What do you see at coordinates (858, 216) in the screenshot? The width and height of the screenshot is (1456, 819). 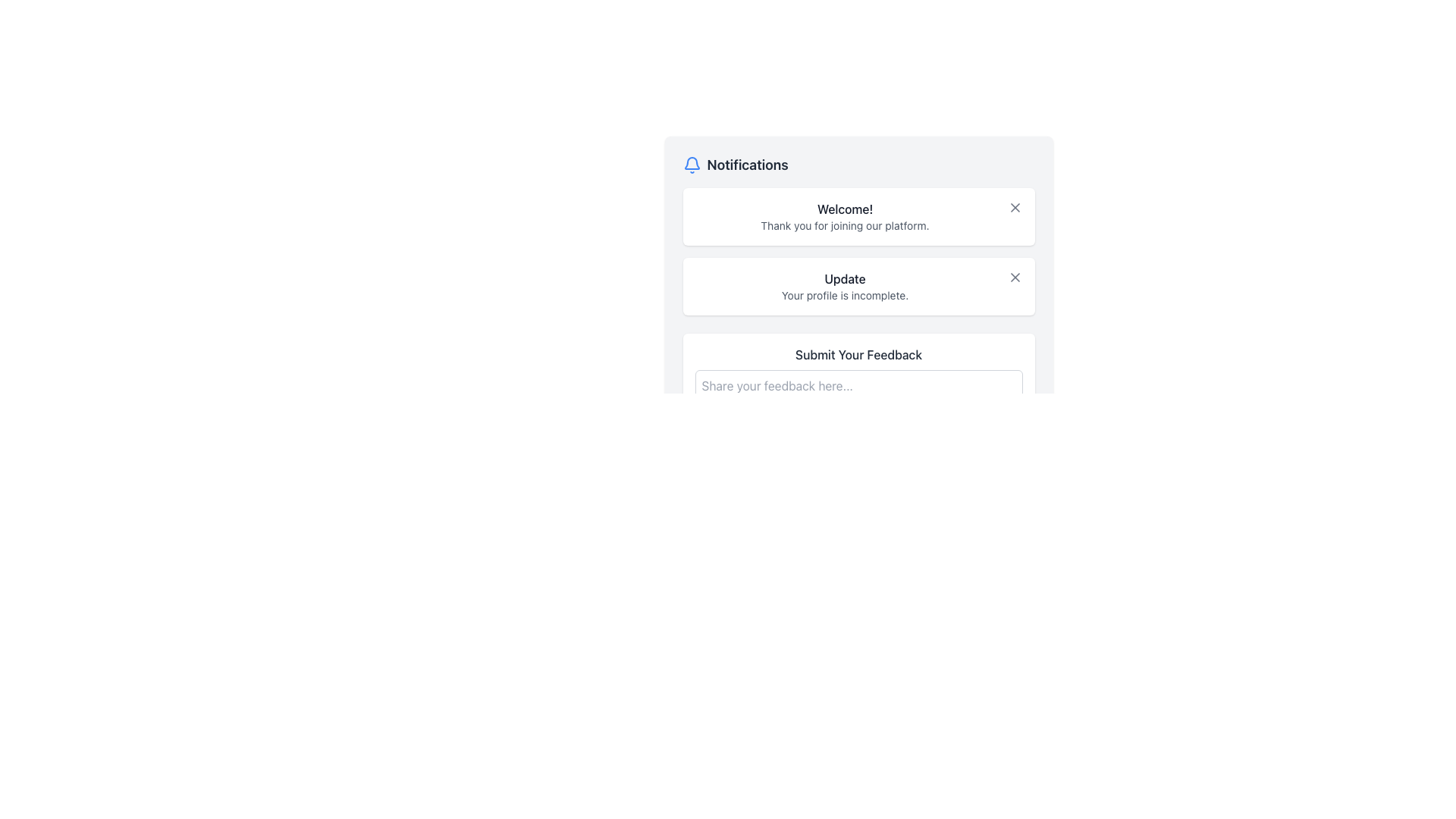 I see `the welcome notification informational card located at the top of the notification stack` at bounding box center [858, 216].